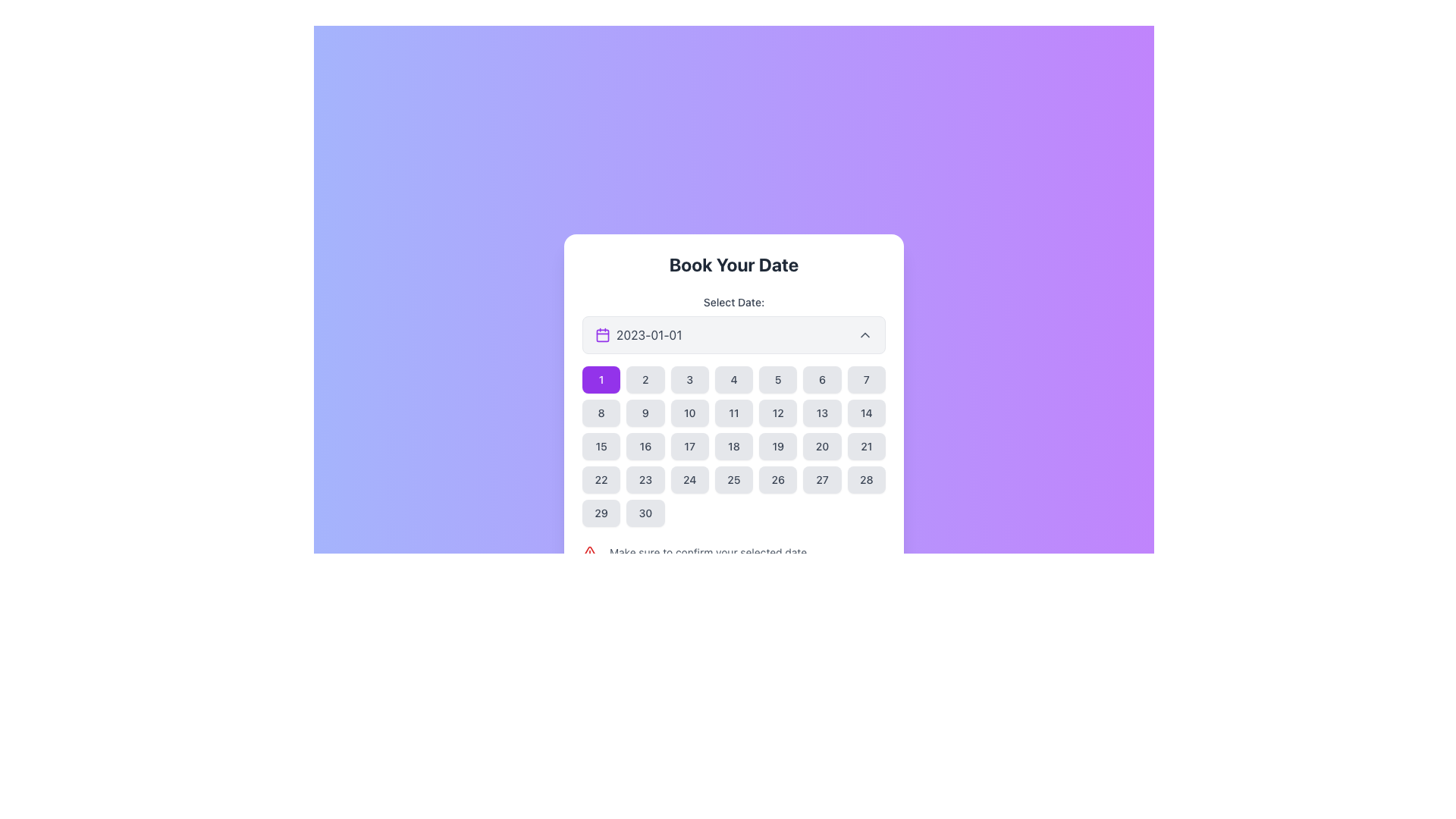 The image size is (1456, 819). I want to click on the selectable button representing the 14th day of the month in the calendar interface, so click(866, 413).